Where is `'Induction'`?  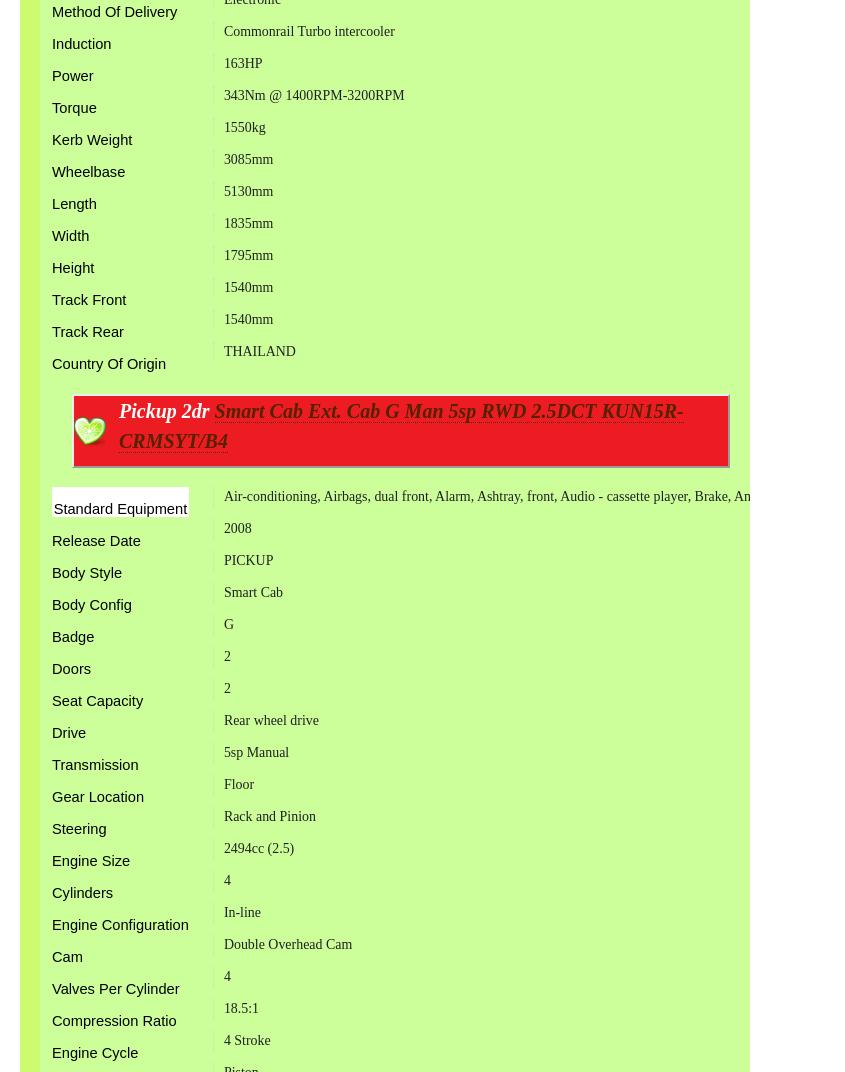
'Induction' is located at coordinates (80, 42).